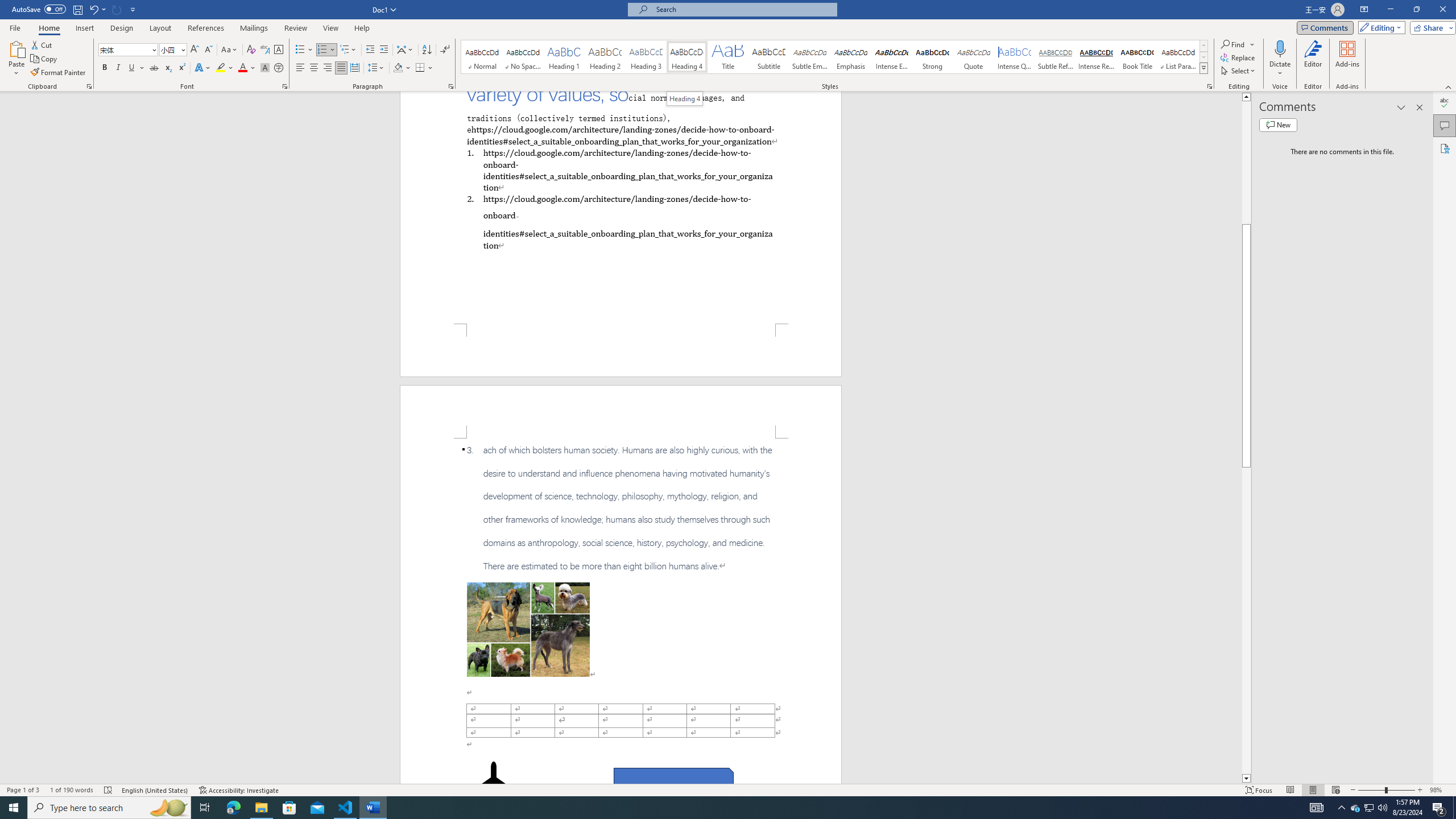  Describe the element at coordinates (1015, 56) in the screenshot. I see `'Intense Quote'` at that location.